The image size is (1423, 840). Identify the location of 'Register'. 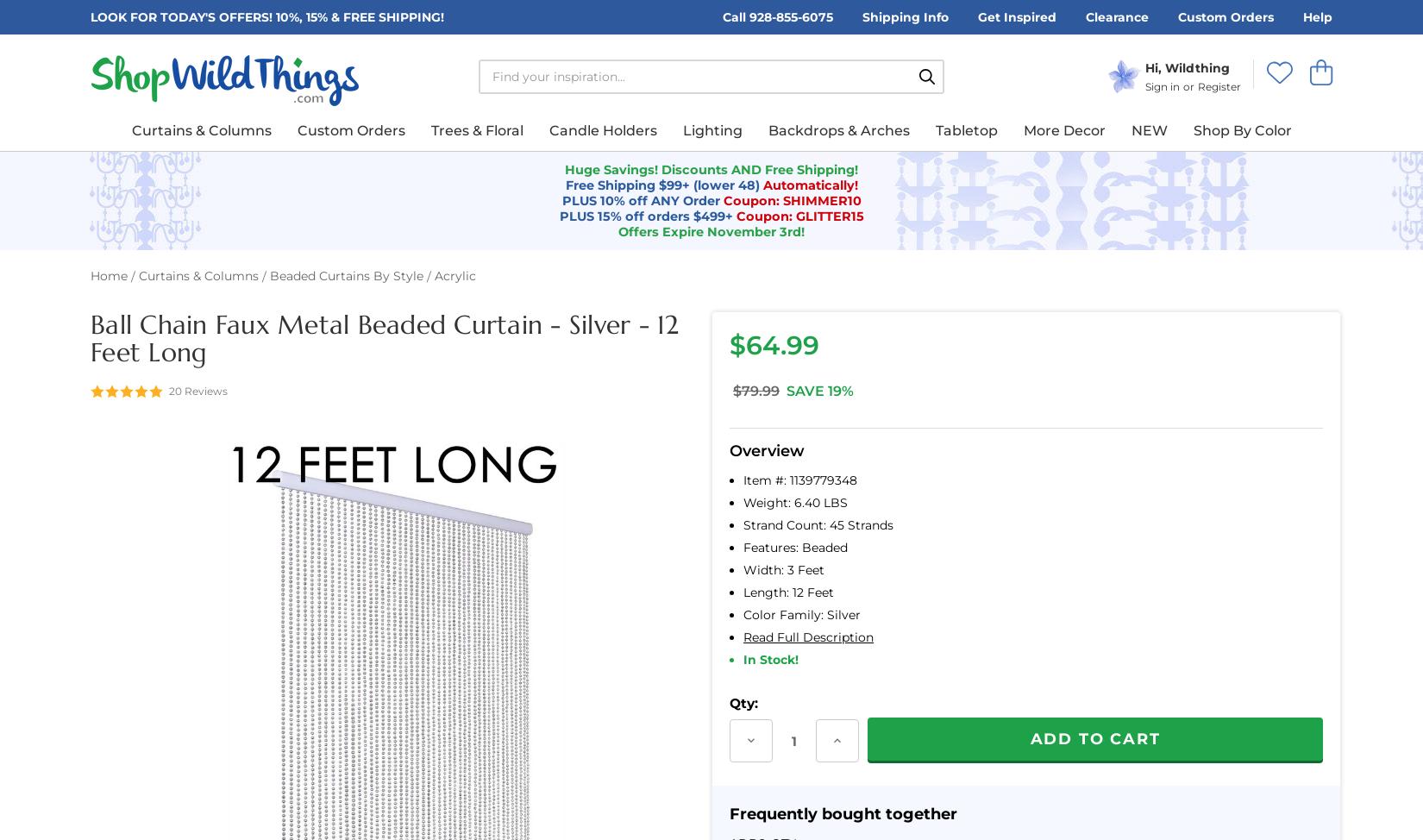
(1218, 85).